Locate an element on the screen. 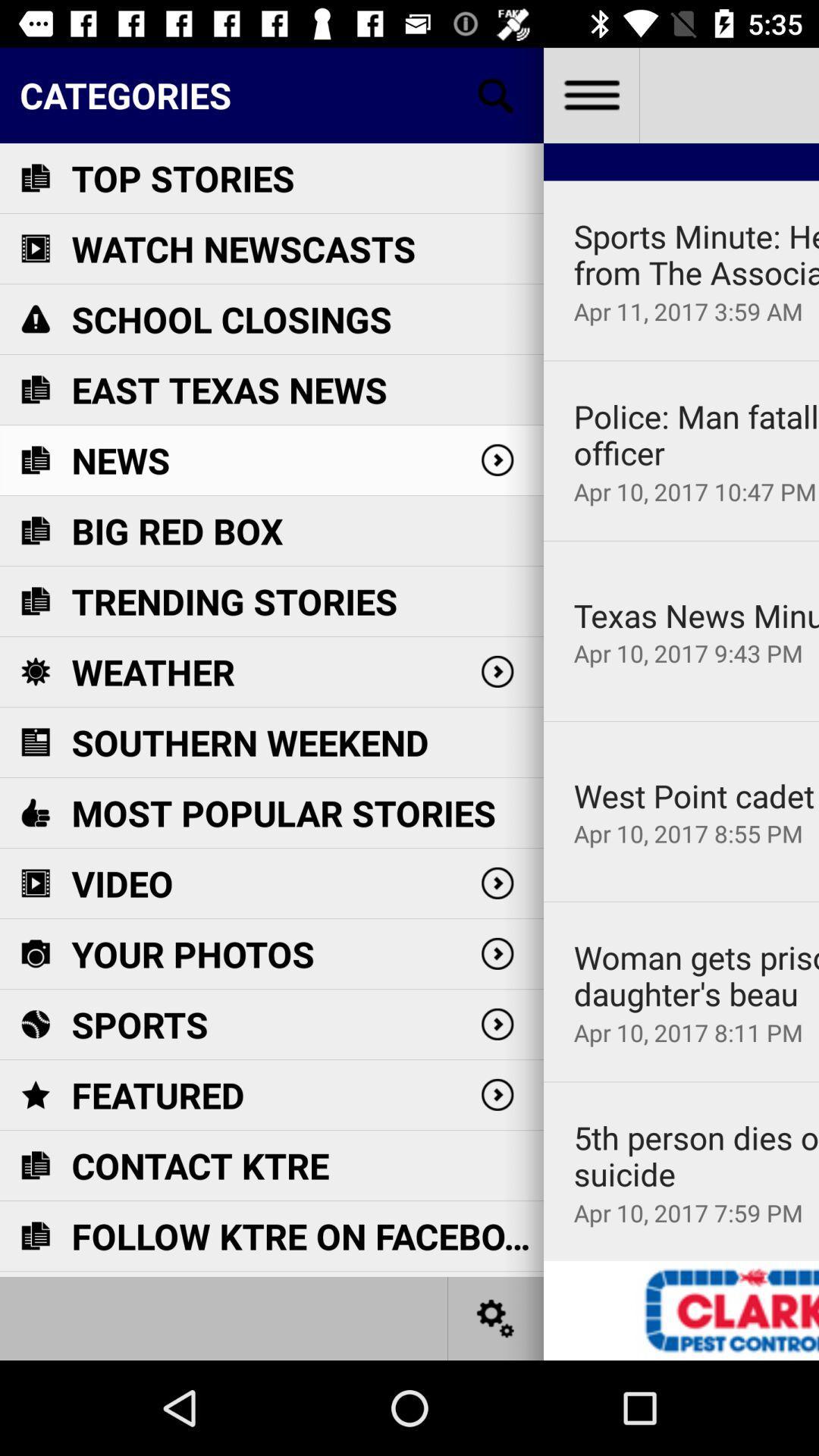 This screenshot has width=819, height=1456. the search icon is located at coordinates (496, 94).